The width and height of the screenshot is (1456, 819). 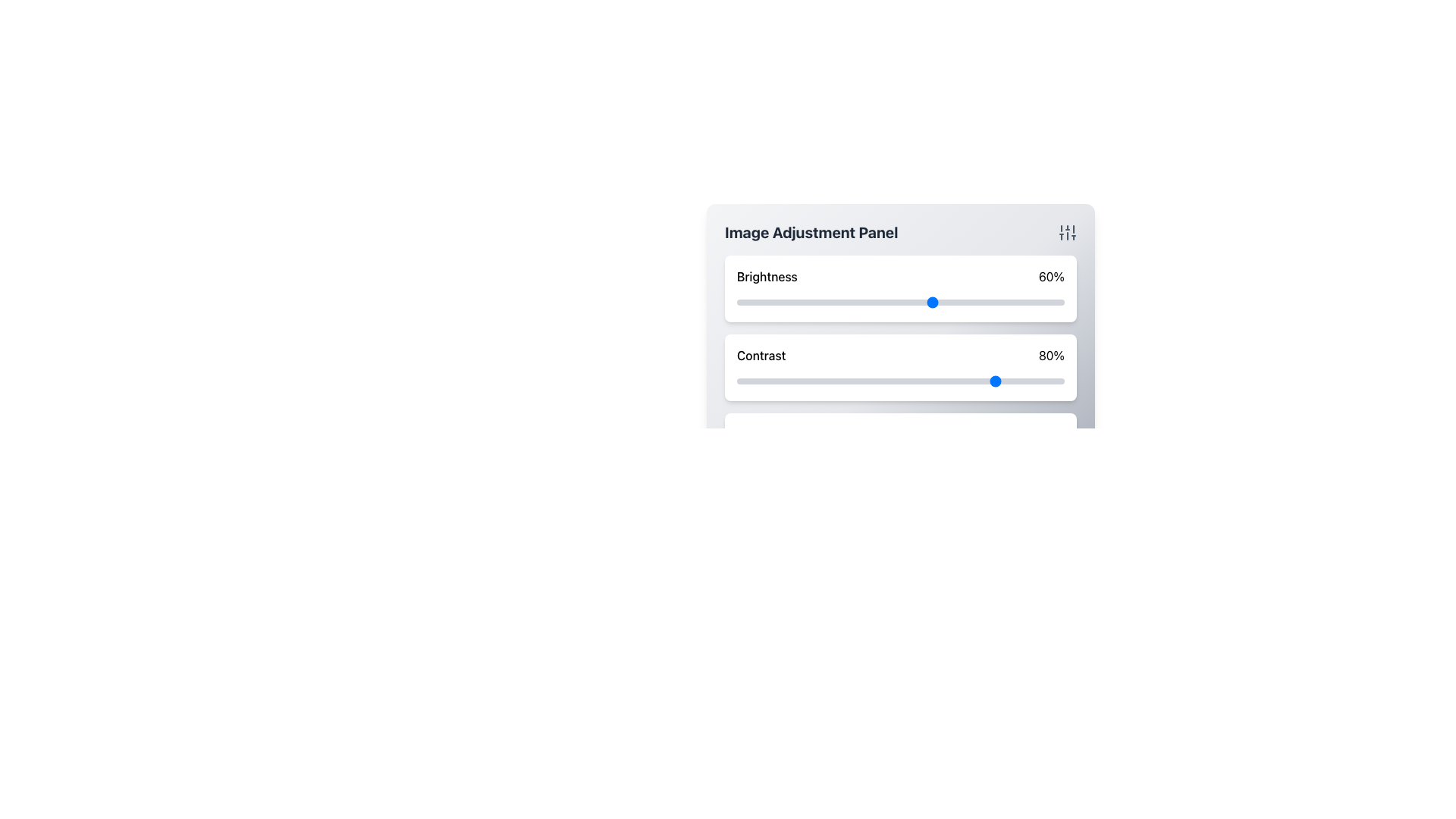 I want to click on brightness, so click(x=979, y=302).